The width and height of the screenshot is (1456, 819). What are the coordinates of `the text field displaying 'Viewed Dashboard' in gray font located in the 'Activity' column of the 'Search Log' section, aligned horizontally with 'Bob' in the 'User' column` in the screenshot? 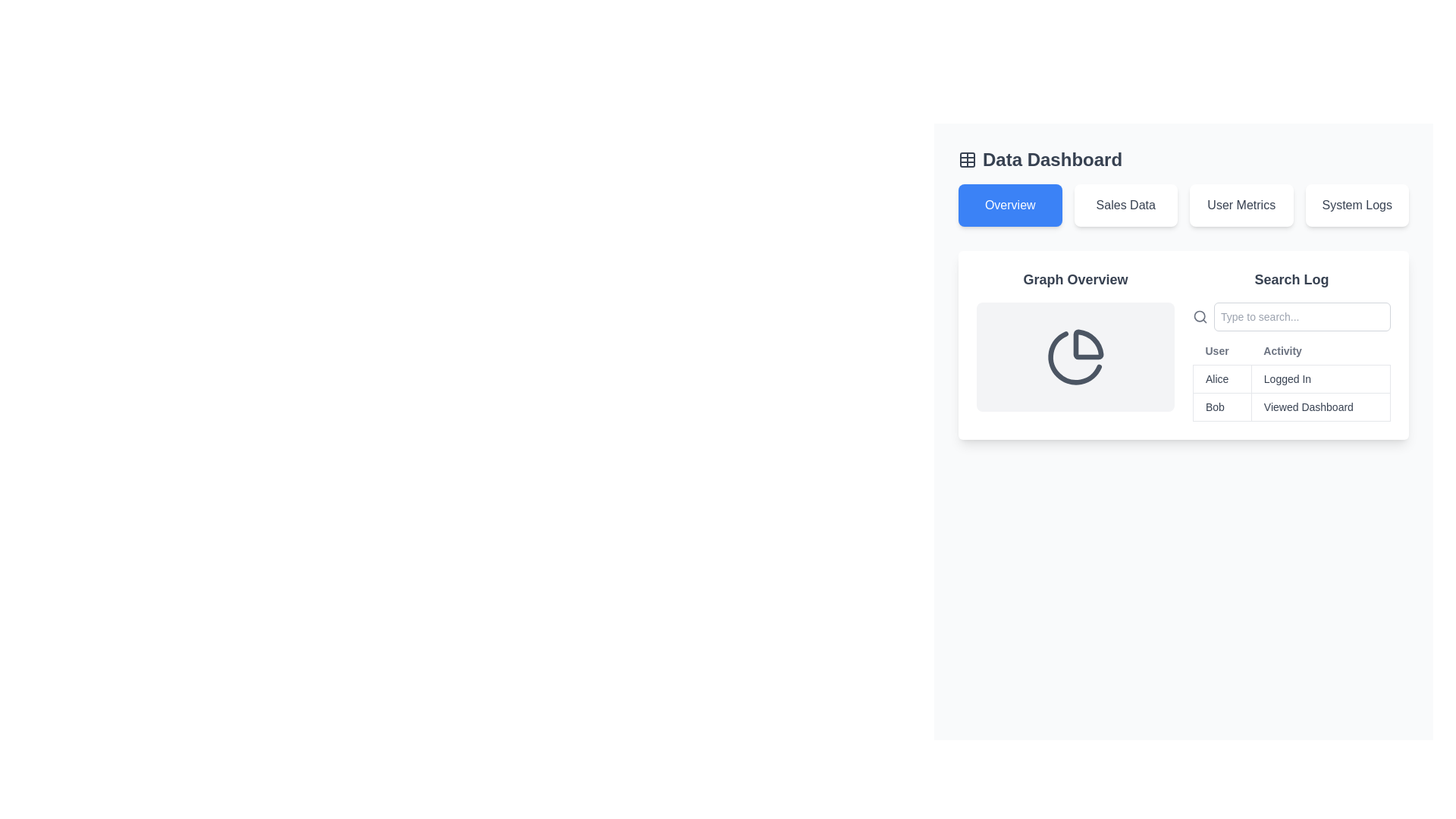 It's located at (1319, 406).